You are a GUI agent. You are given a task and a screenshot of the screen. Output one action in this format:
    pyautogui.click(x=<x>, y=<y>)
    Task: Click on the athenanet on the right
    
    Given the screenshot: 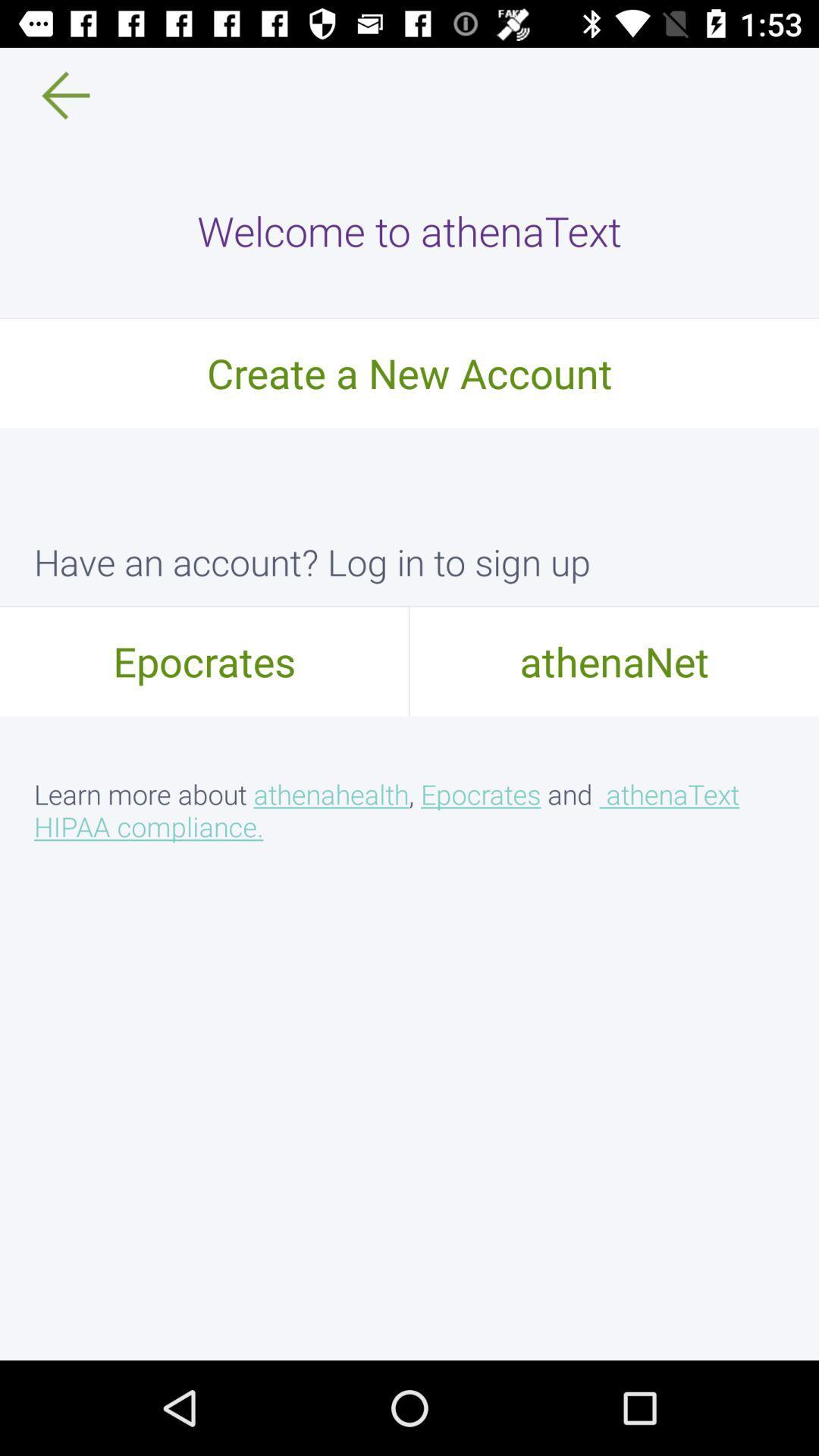 What is the action you would take?
    pyautogui.click(x=614, y=661)
    